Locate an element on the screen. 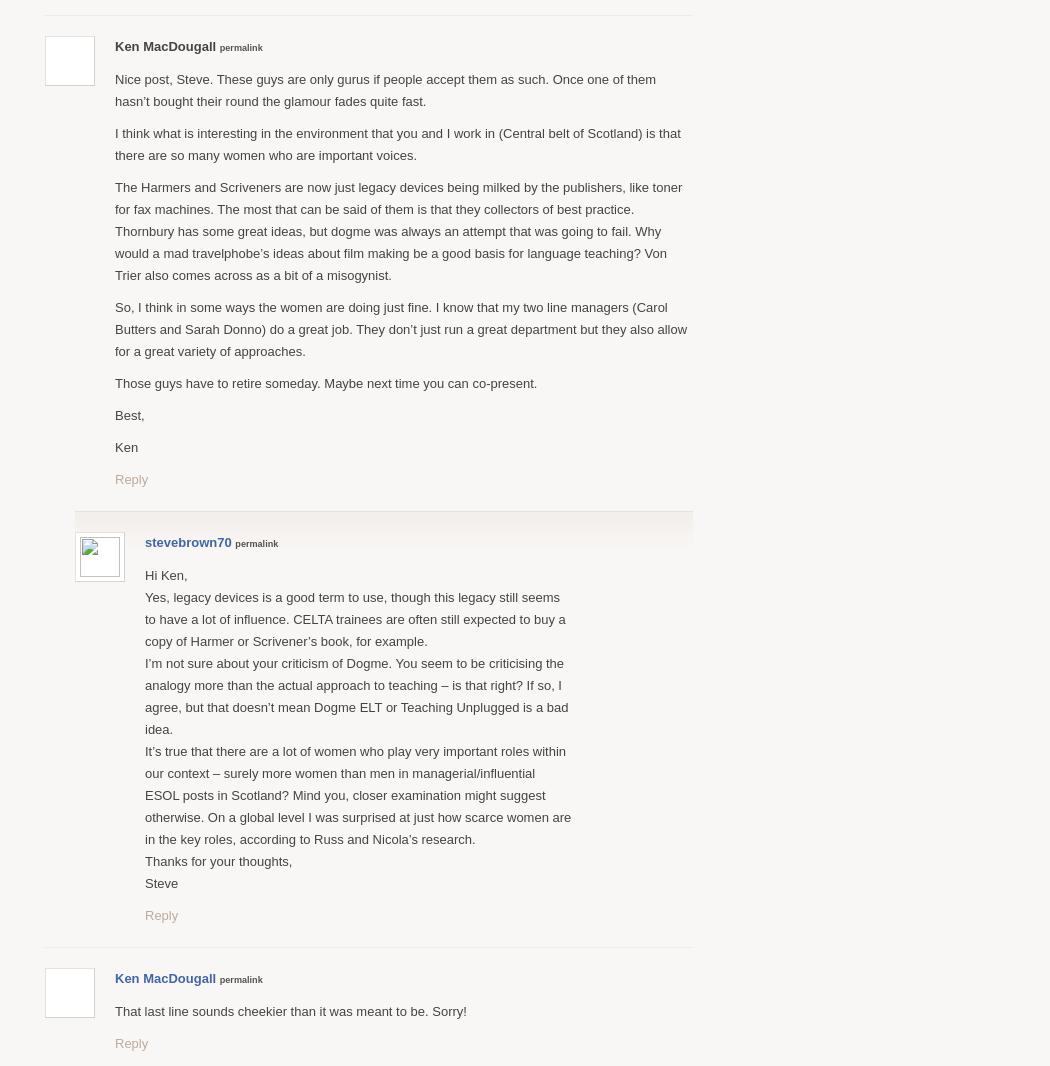 Image resolution: width=1050 pixels, height=1066 pixels. 'Ken' is located at coordinates (125, 446).